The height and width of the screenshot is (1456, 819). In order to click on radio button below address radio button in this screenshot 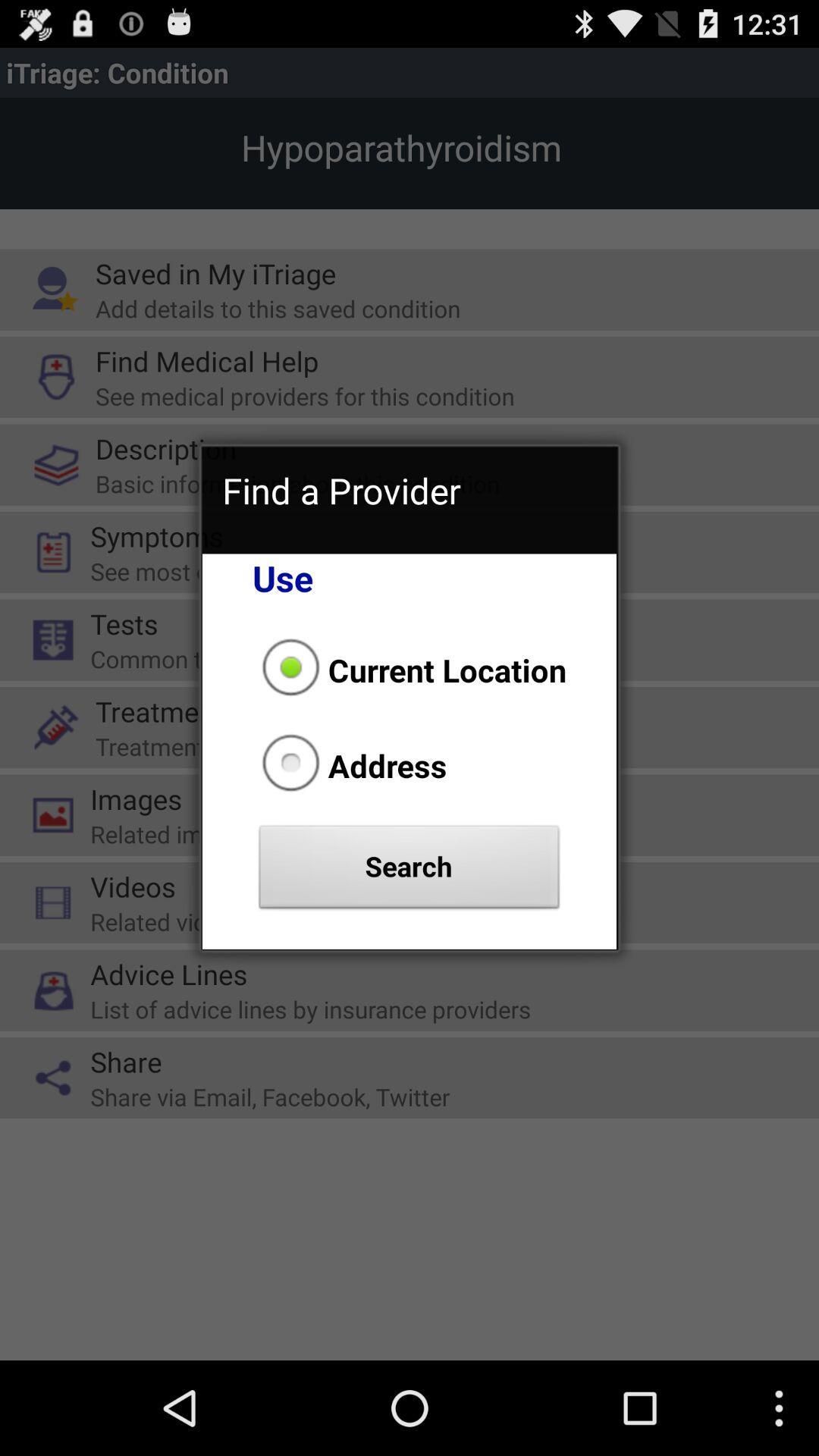, I will do `click(409, 871)`.